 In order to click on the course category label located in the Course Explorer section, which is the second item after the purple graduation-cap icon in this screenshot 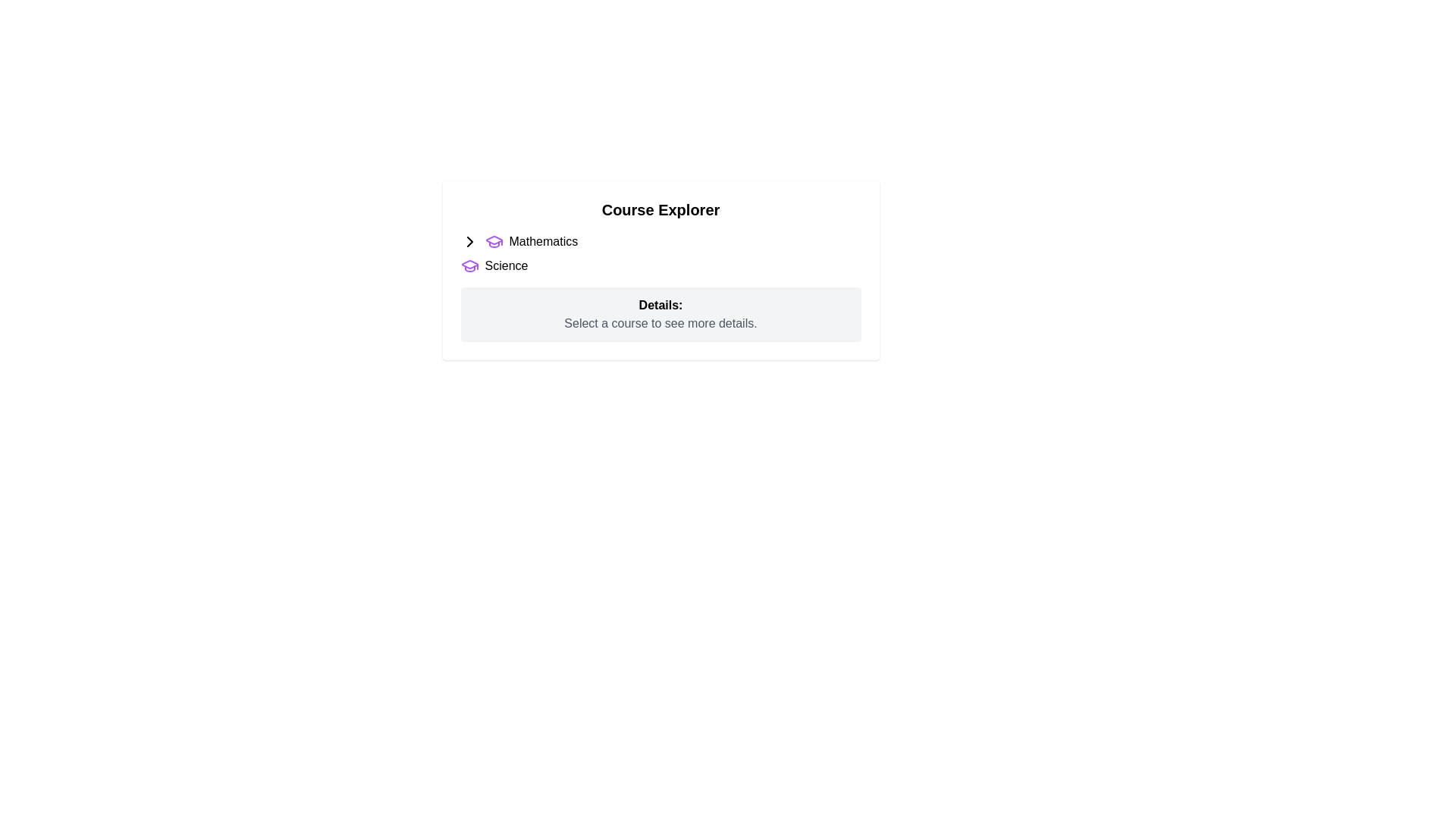, I will do `click(543, 241)`.